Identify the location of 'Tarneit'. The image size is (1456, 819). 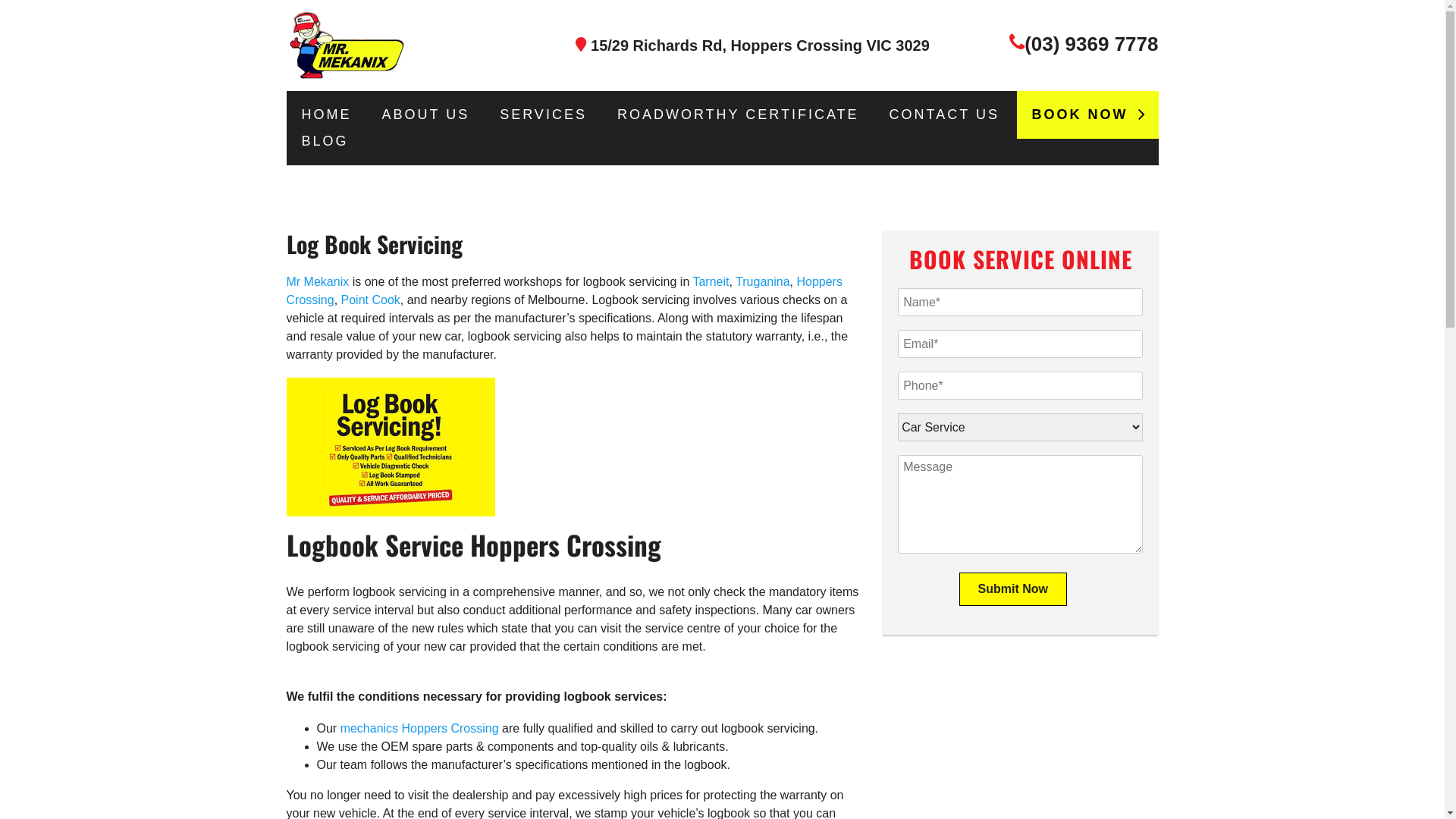
(691, 281).